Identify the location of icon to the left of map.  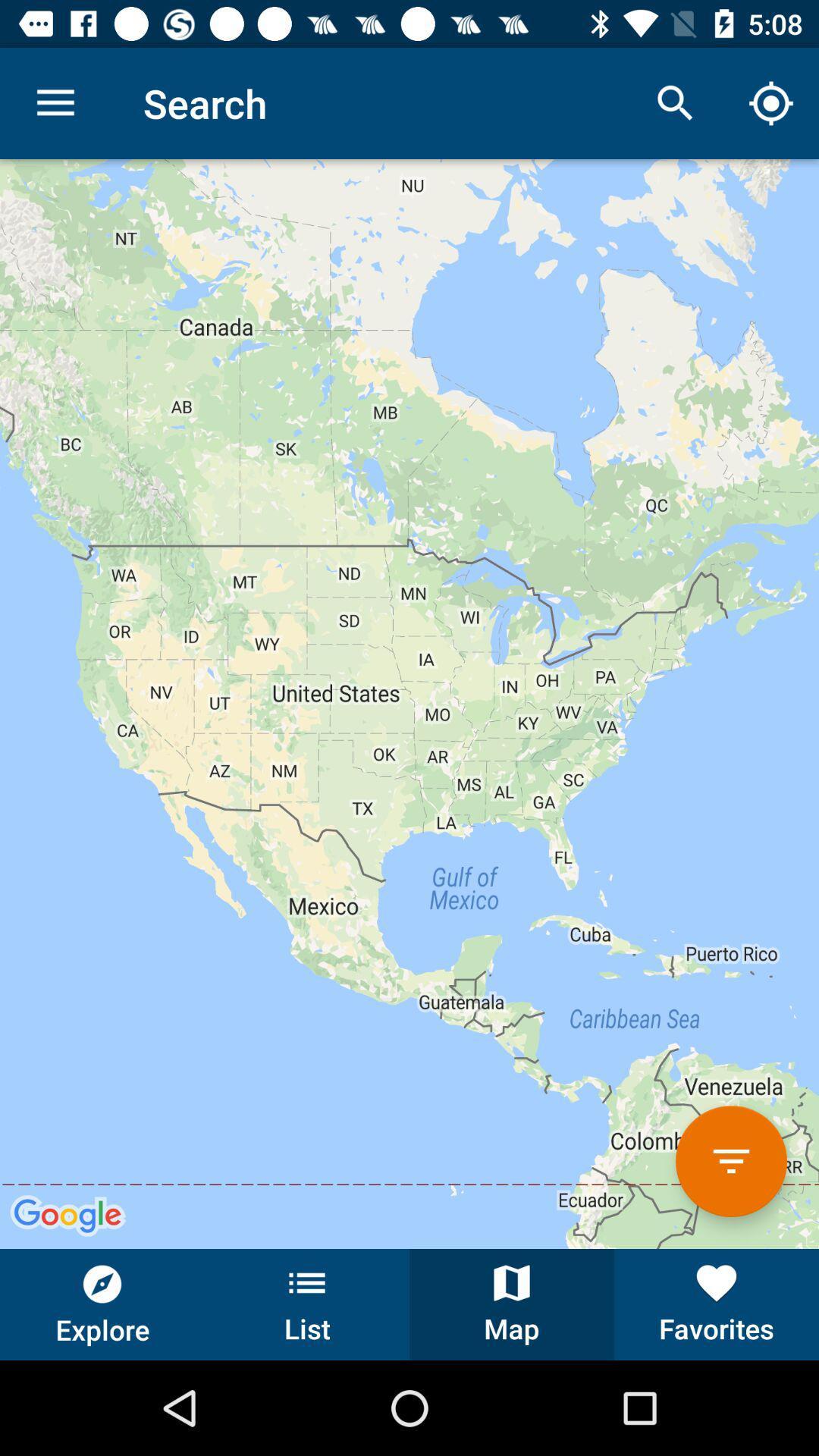
(307, 1304).